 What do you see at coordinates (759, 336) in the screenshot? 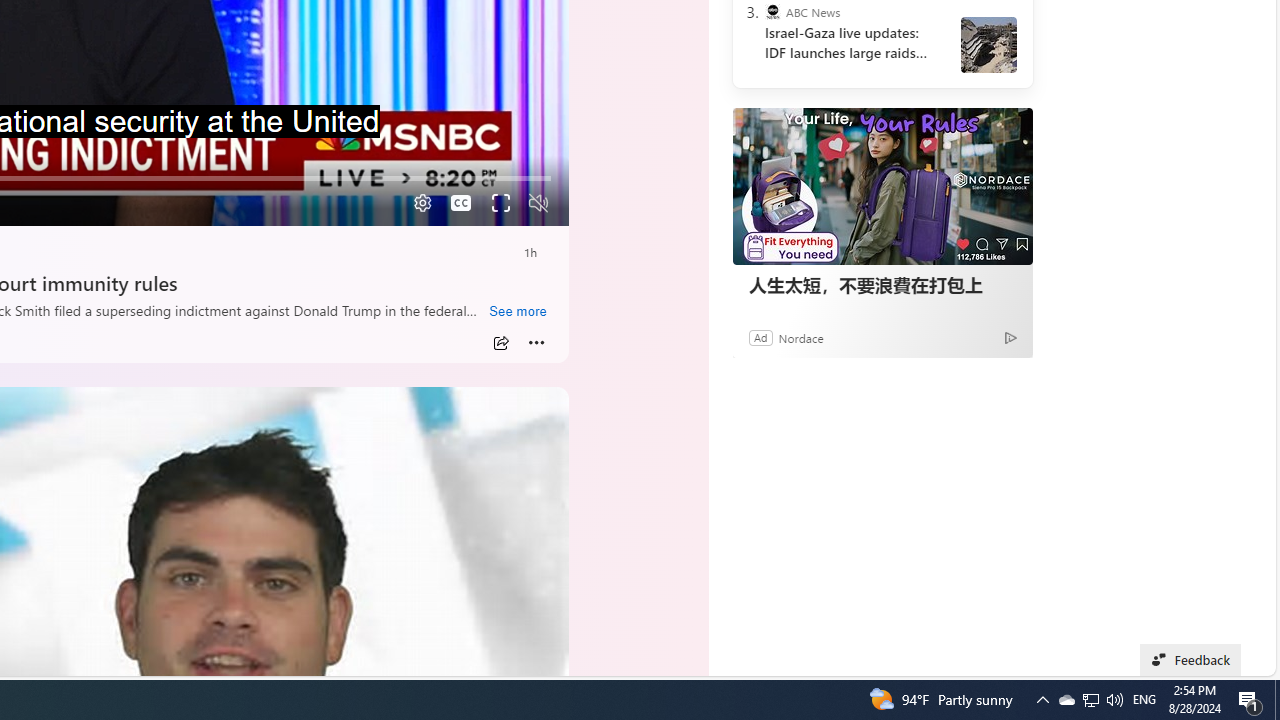
I see `'Ad'` at bounding box center [759, 336].